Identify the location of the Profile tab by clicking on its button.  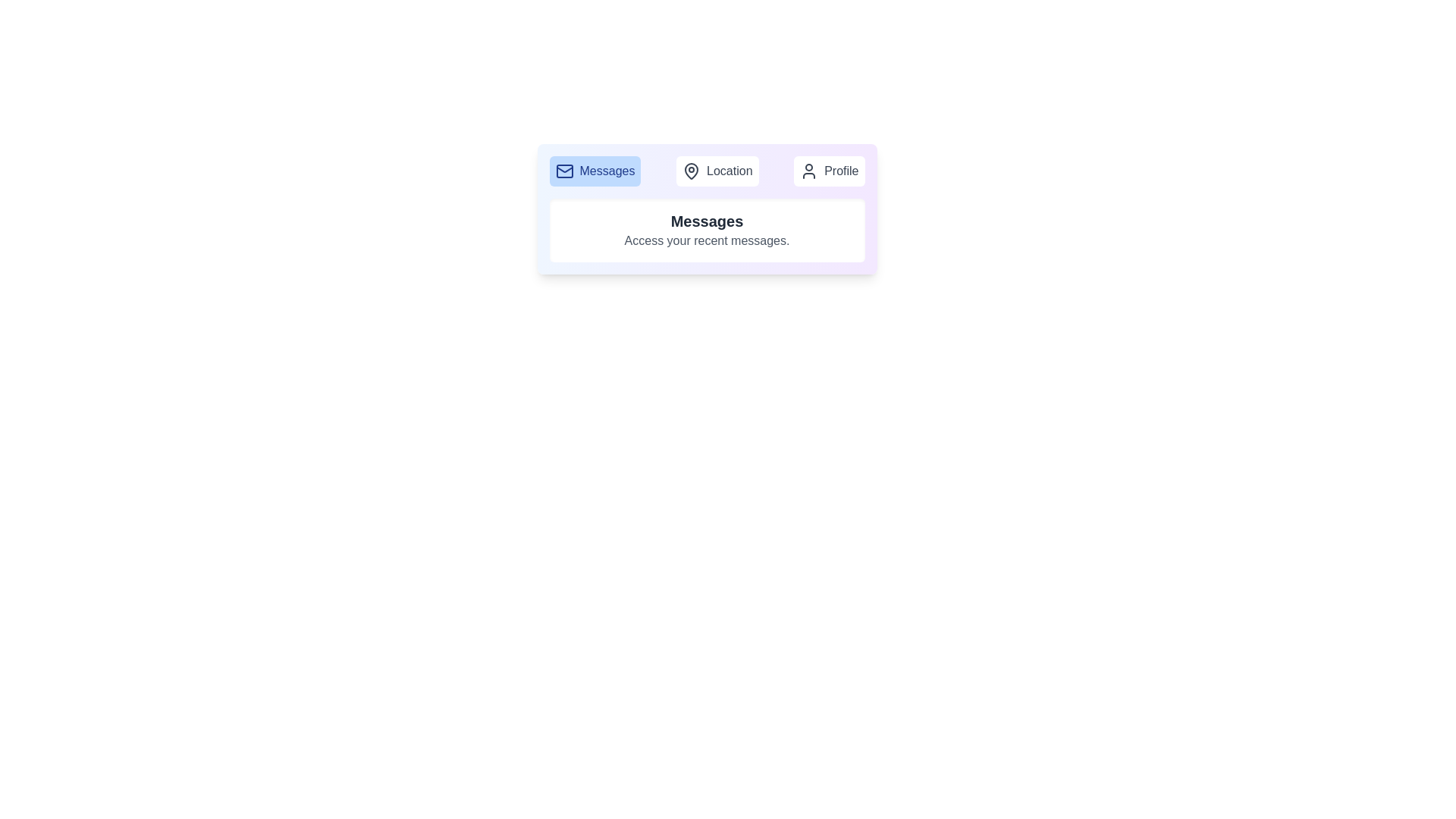
(828, 171).